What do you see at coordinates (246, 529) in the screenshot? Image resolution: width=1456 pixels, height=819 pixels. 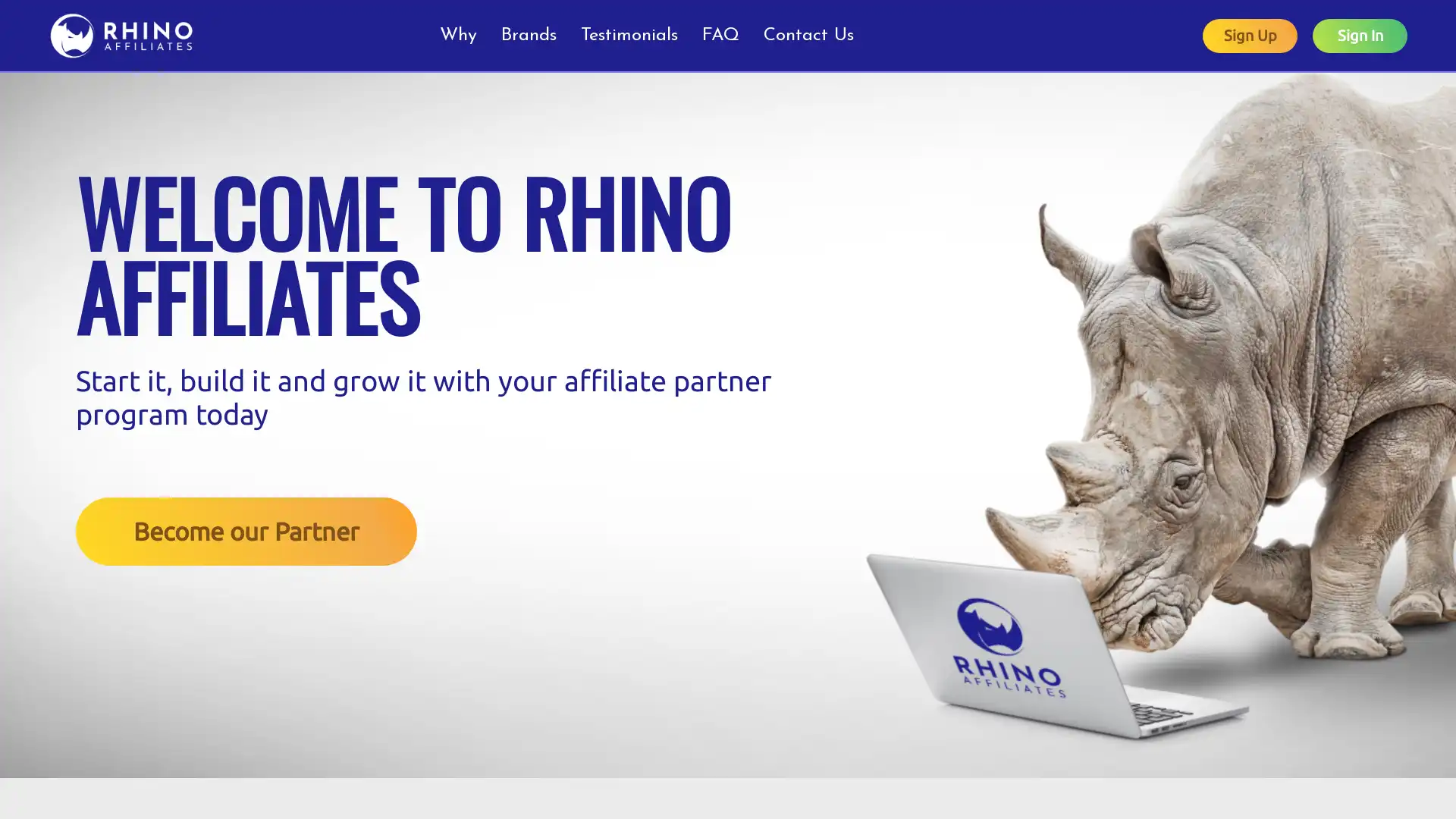 I see `Become our Partner` at bounding box center [246, 529].